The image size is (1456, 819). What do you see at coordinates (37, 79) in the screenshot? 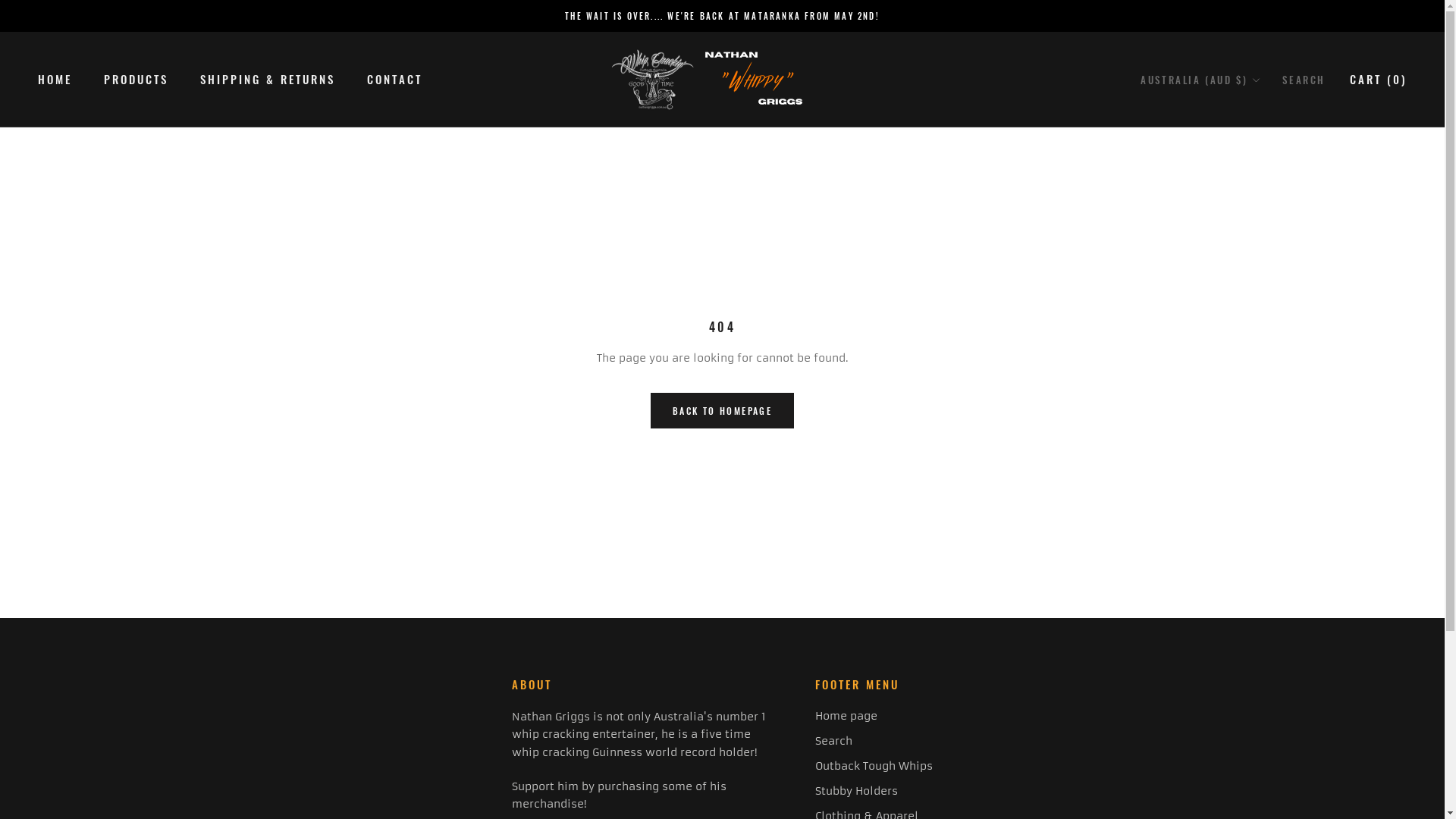
I see `'HOME` at bounding box center [37, 79].